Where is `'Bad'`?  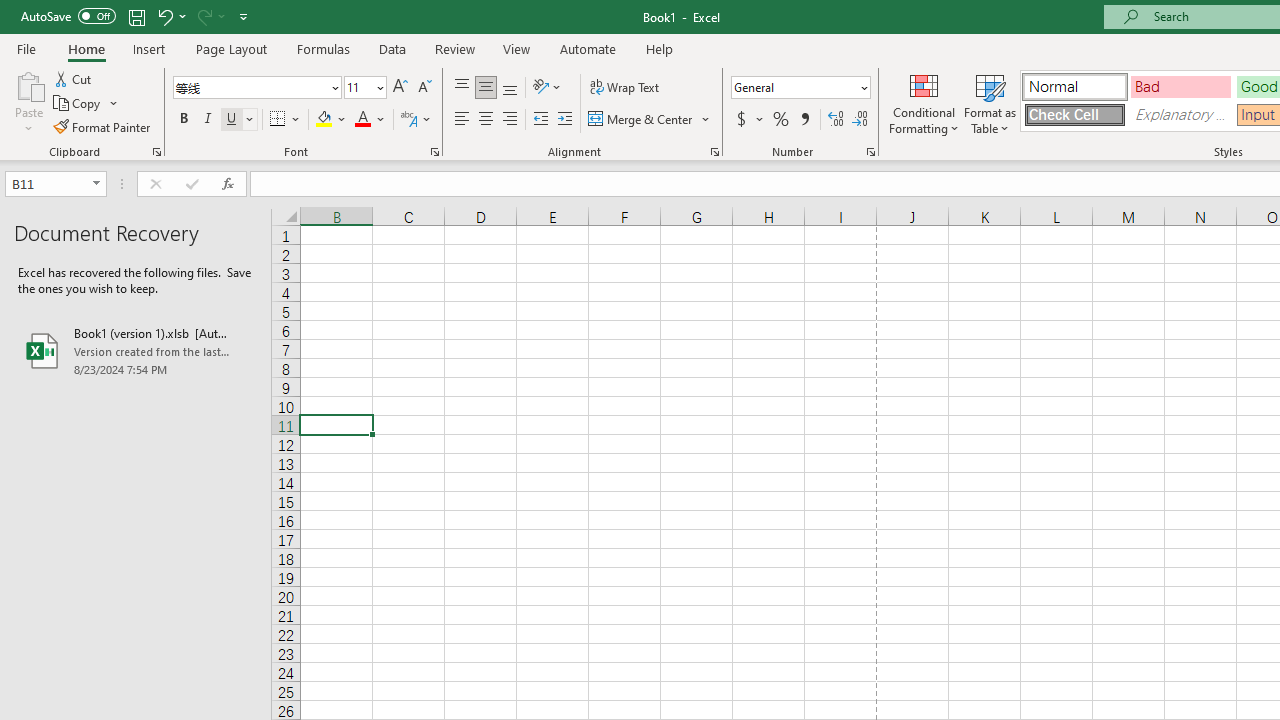 'Bad' is located at coordinates (1180, 85).